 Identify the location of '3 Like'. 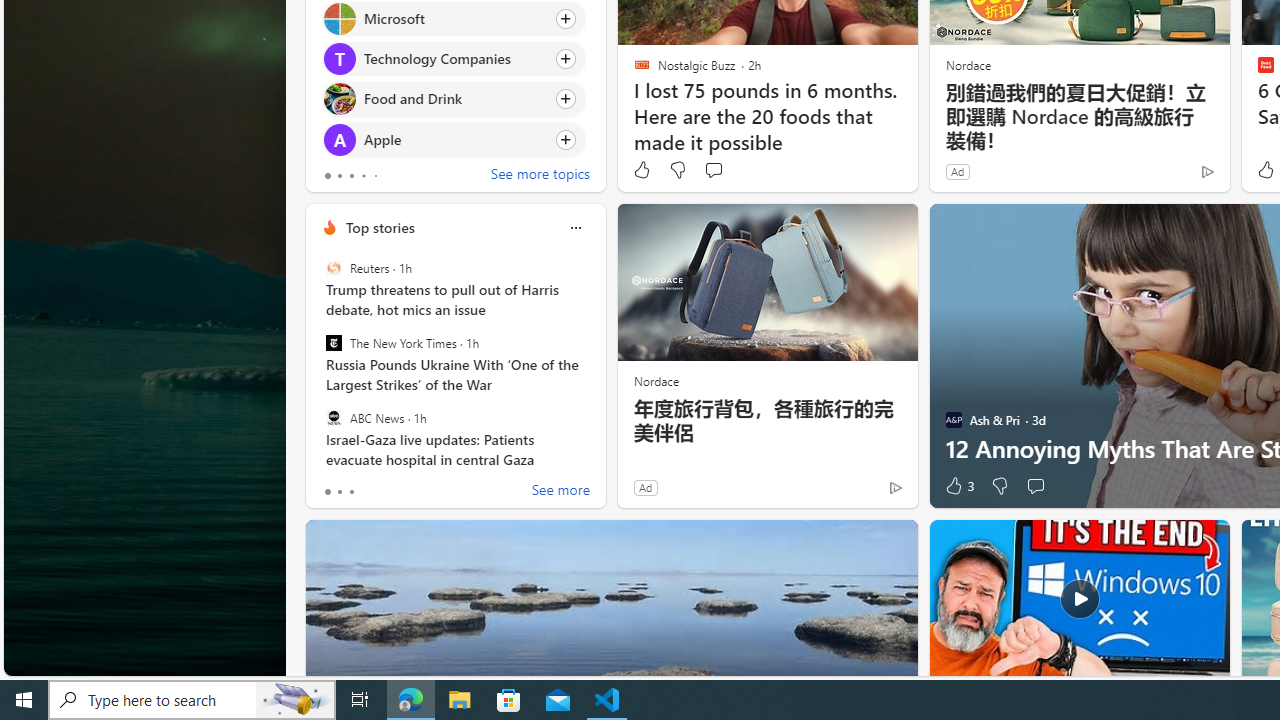
(957, 486).